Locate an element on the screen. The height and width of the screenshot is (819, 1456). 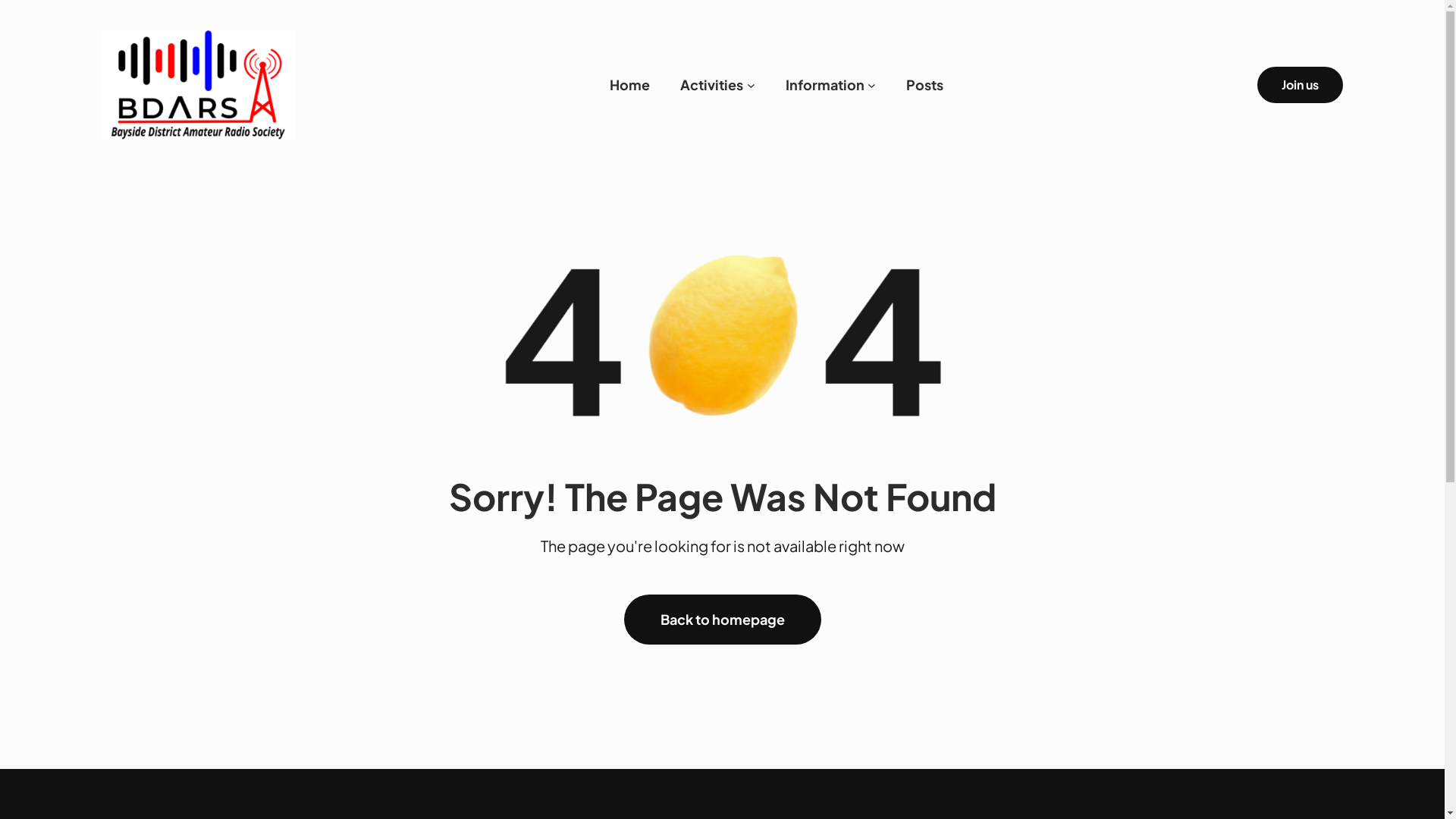
'Join us' is located at coordinates (1299, 84).